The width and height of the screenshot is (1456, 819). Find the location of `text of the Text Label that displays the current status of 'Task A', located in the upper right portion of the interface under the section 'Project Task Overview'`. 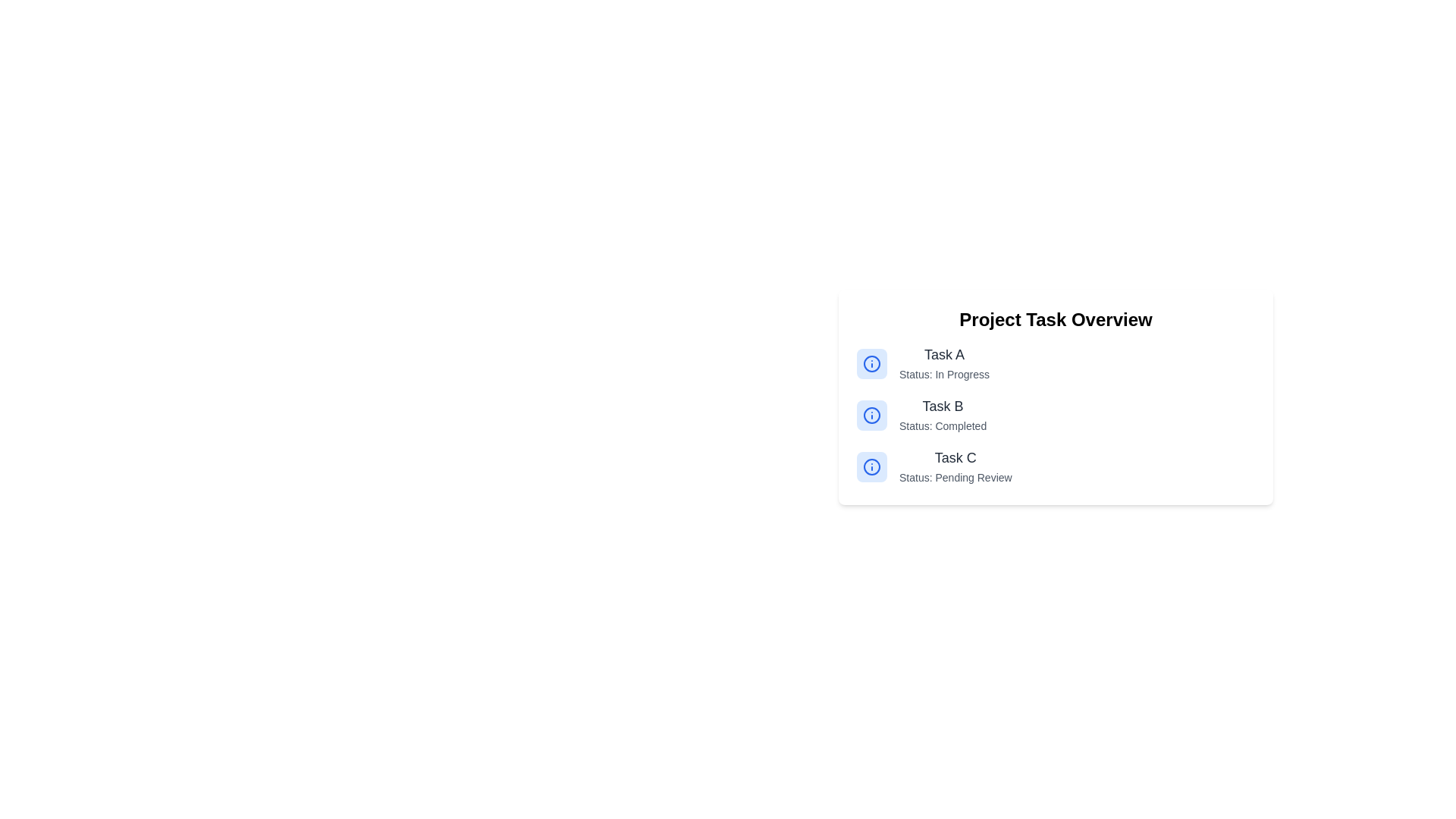

text of the Text Label that displays the current status of 'Task A', located in the upper right portion of the interface under the section 'Project Task Overview' is located at coordinates (943, 374).